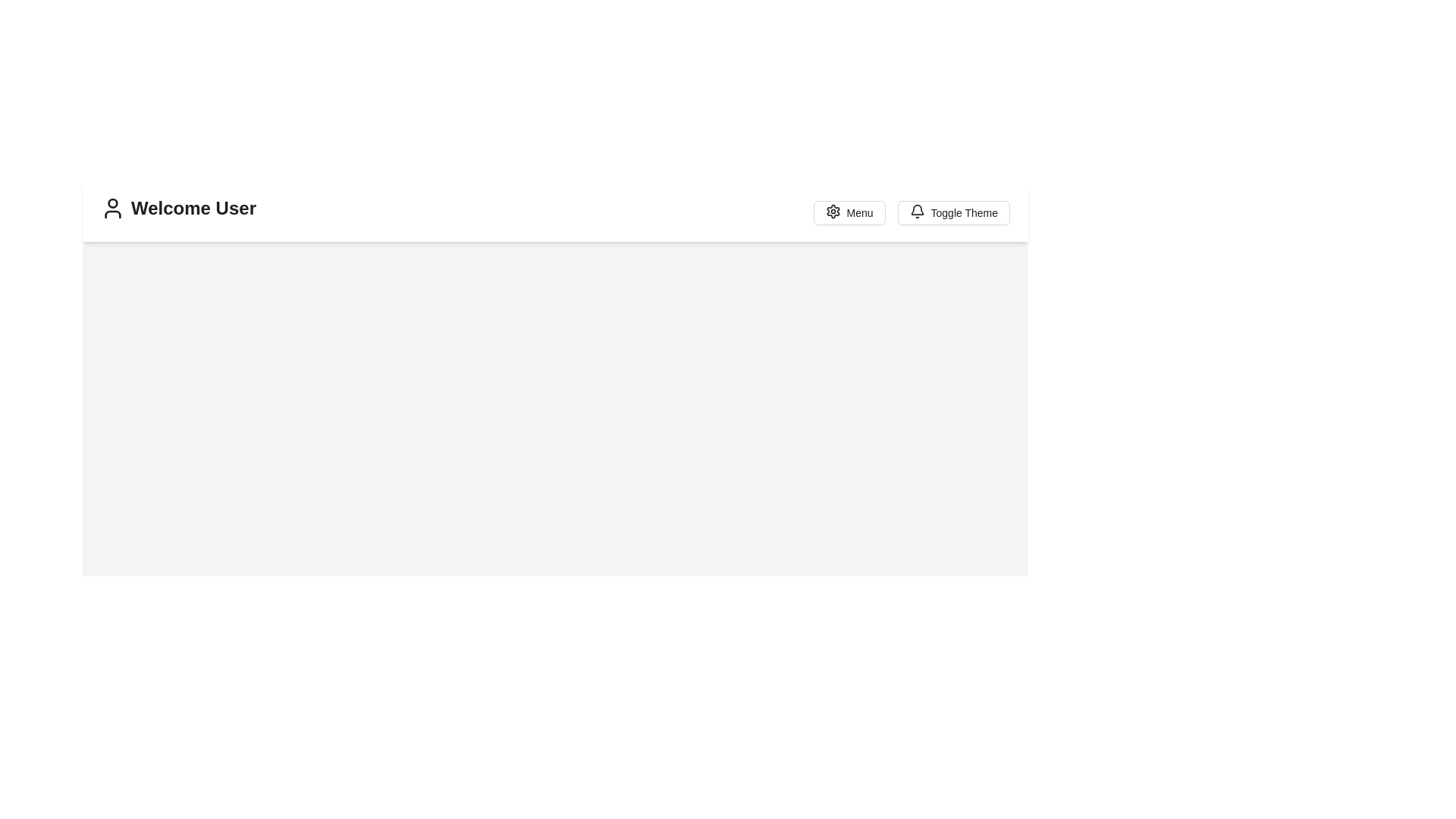 The height and width of the screenshot is (819, 1456). Describe the element at coordinates (859, 213) in the screenshot. I see `the 'Menu' text label within the button that also contains graphical elements such as a settings cogwheel` at that location.